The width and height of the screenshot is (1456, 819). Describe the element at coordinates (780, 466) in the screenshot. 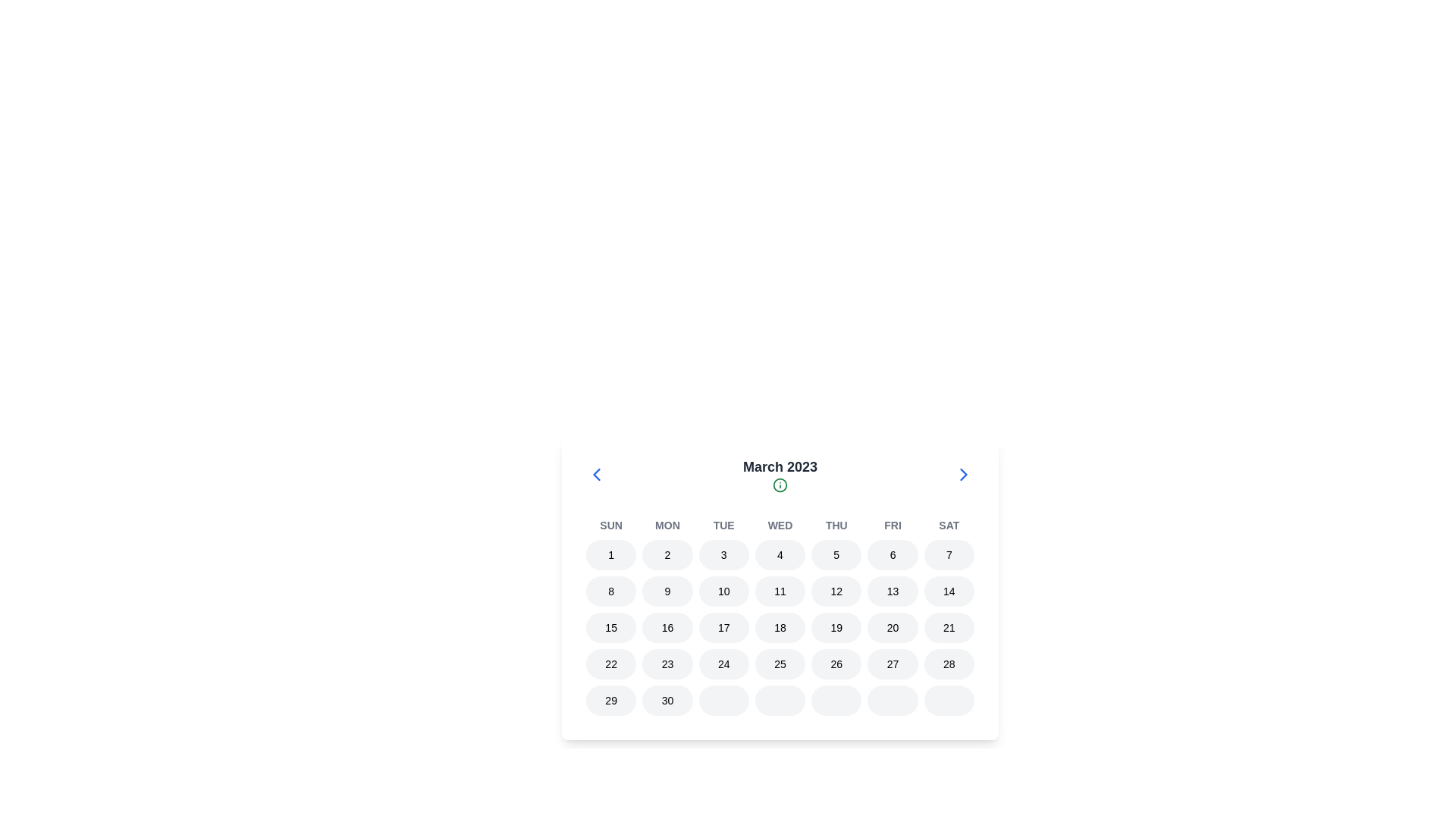

I see `the text label displaying 'March 2023' which is positioned at the top center of the calendar interface` at that location.